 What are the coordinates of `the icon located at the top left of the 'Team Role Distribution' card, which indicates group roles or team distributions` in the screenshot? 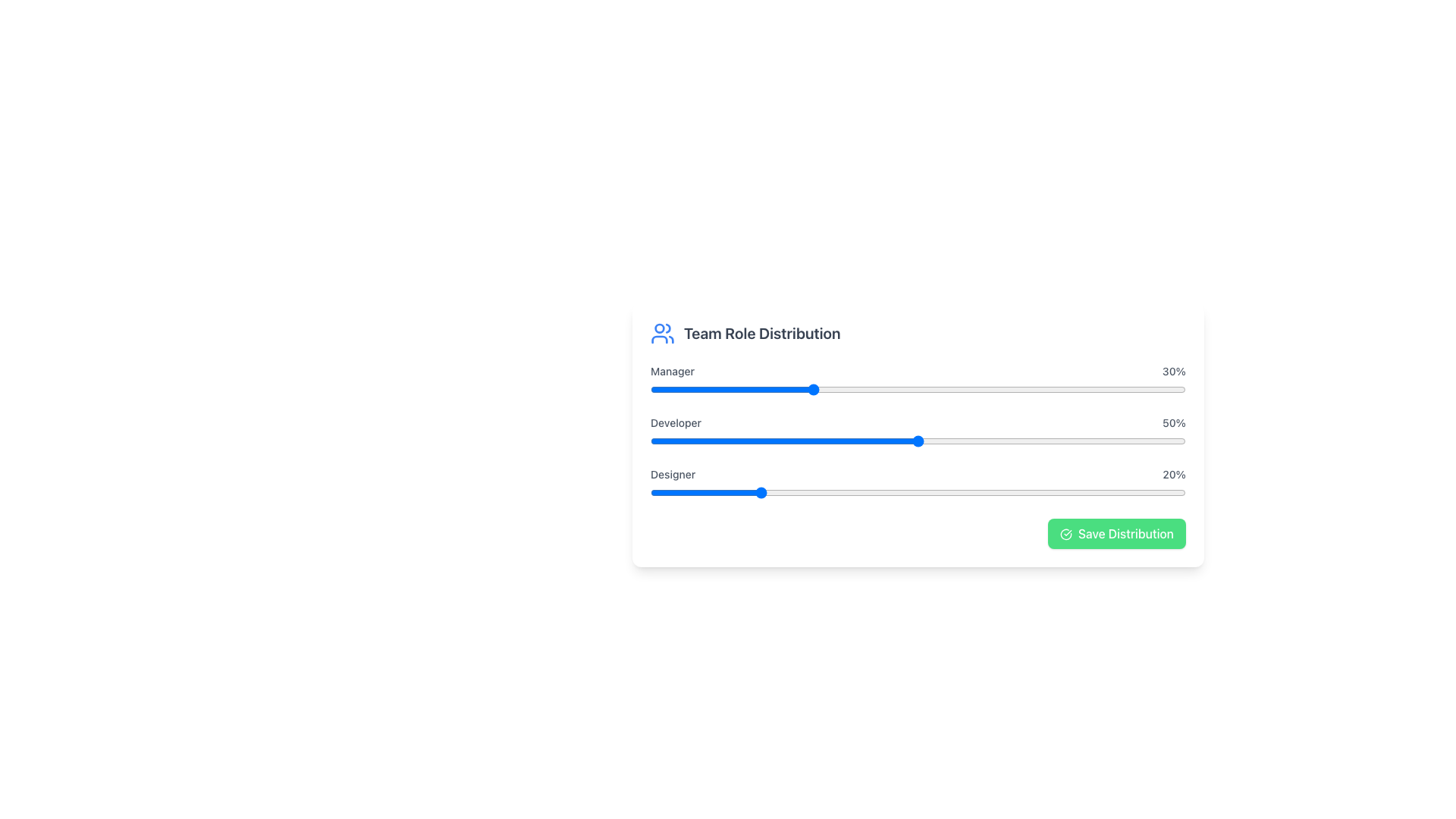 It's located at (662, 332).